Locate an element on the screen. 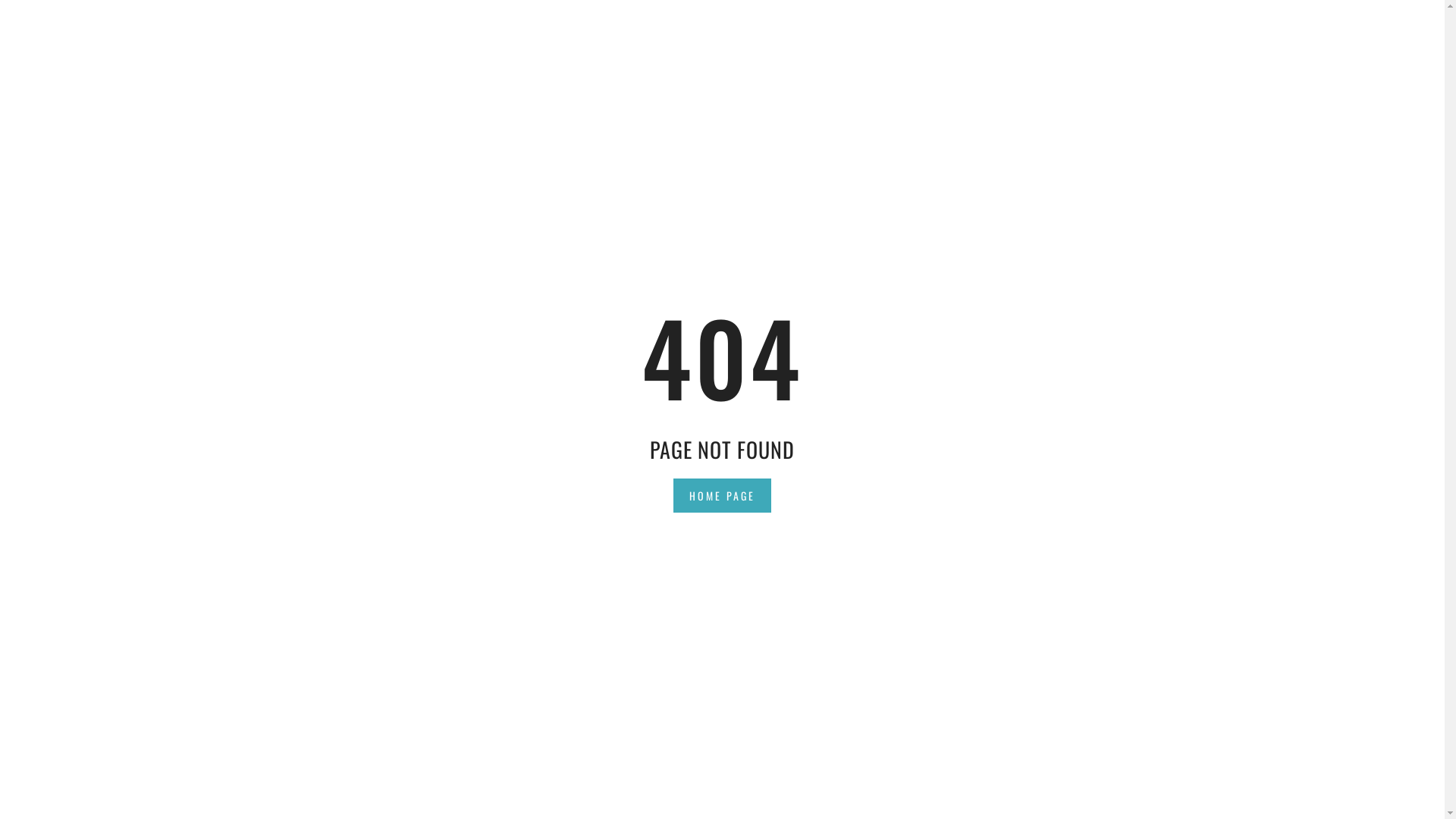  'HOME PAGE' is located at coordinates (721, 494).